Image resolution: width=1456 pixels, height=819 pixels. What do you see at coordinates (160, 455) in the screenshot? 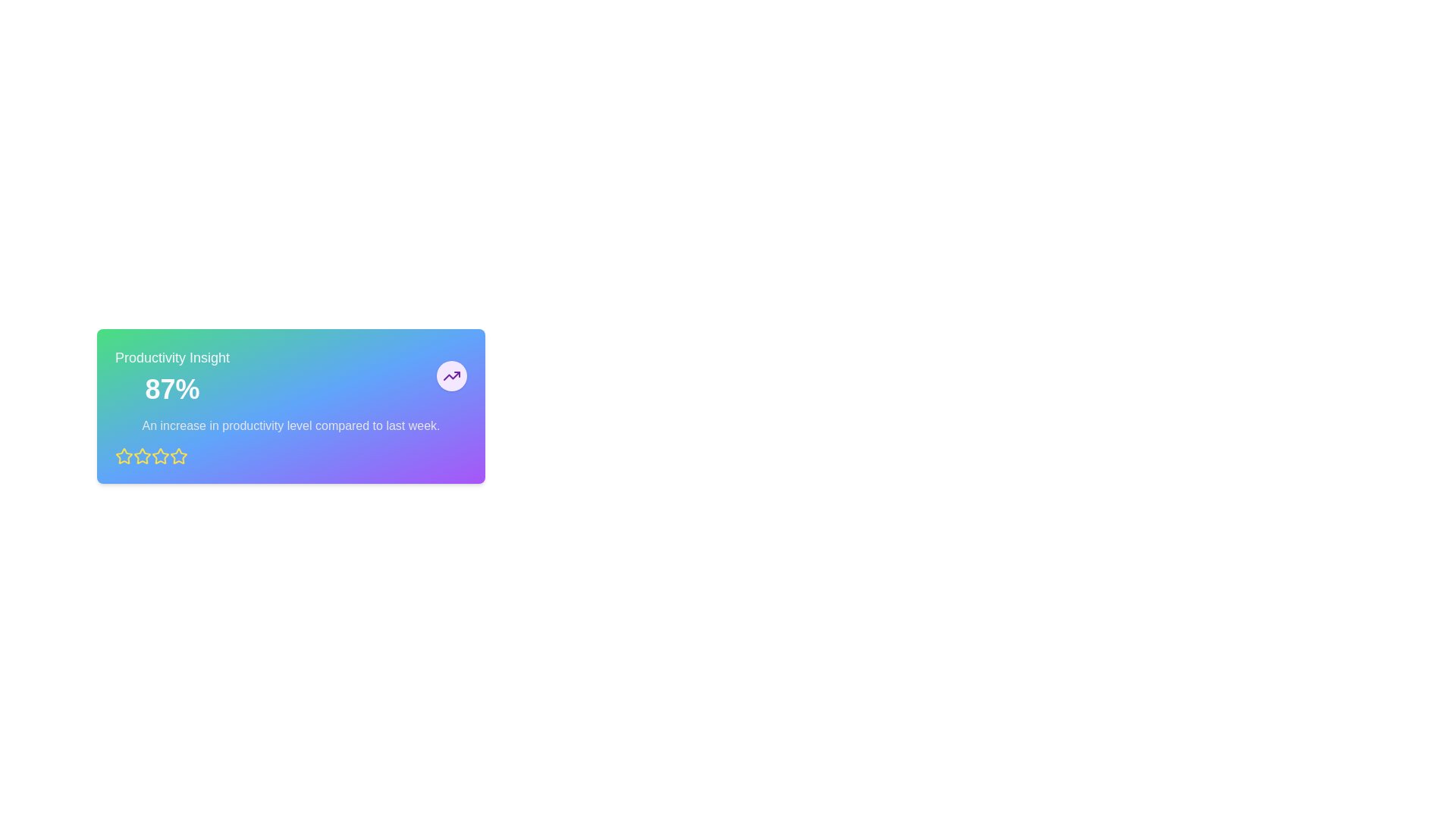
I see `the second hollow star icon with a gold outline in the rating component located in the bottom-left corner of the card` at bounding box center [160, 455].